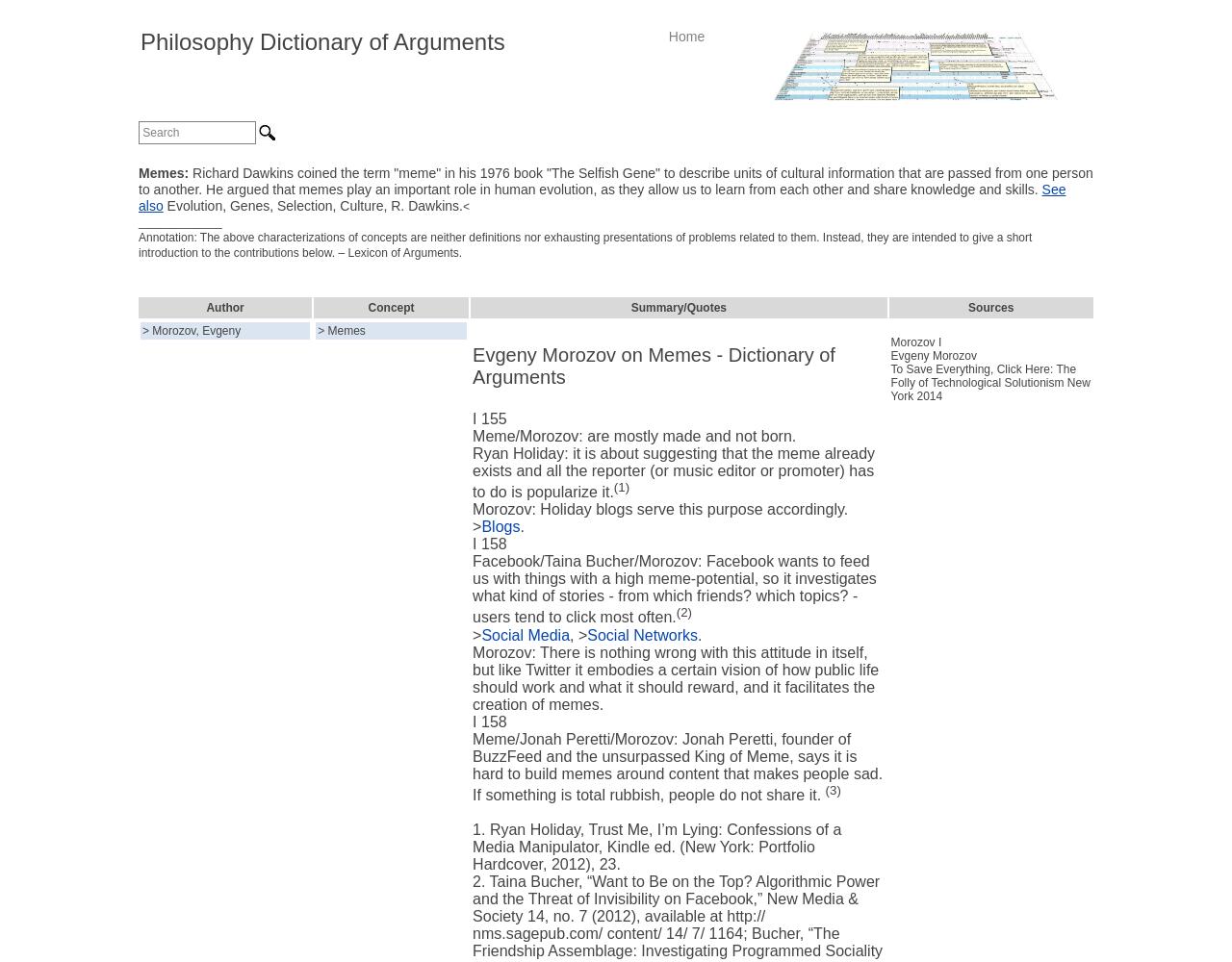 Image resolution: width=1232 pixels, height=962 pixels. I want to click on 'Author', so click(206, 307).